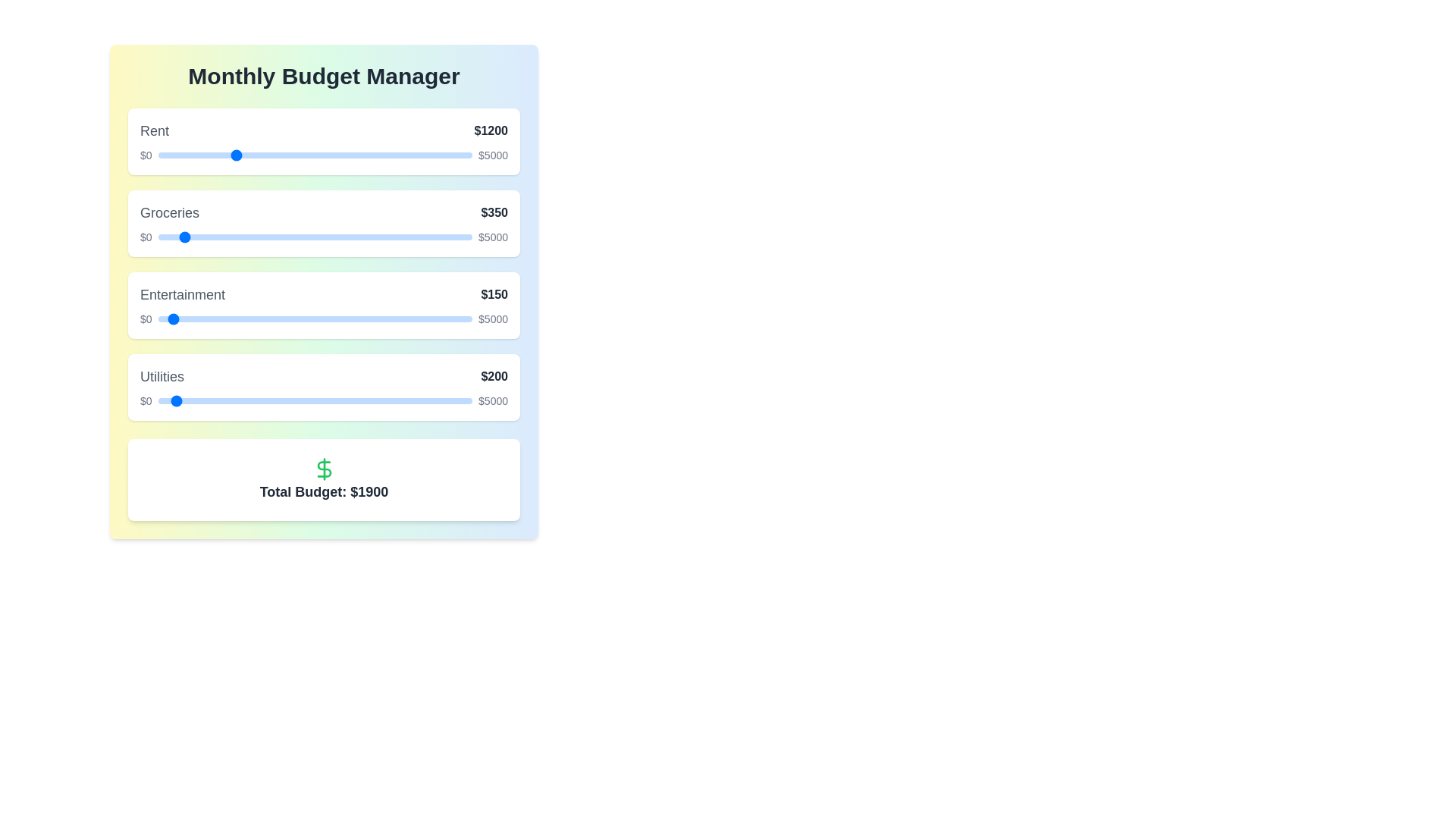 This screenshot has height=819, width=1456. Describe the element at coordinates (460, 237) in the screenshot. I see `groceries budget` at that location.